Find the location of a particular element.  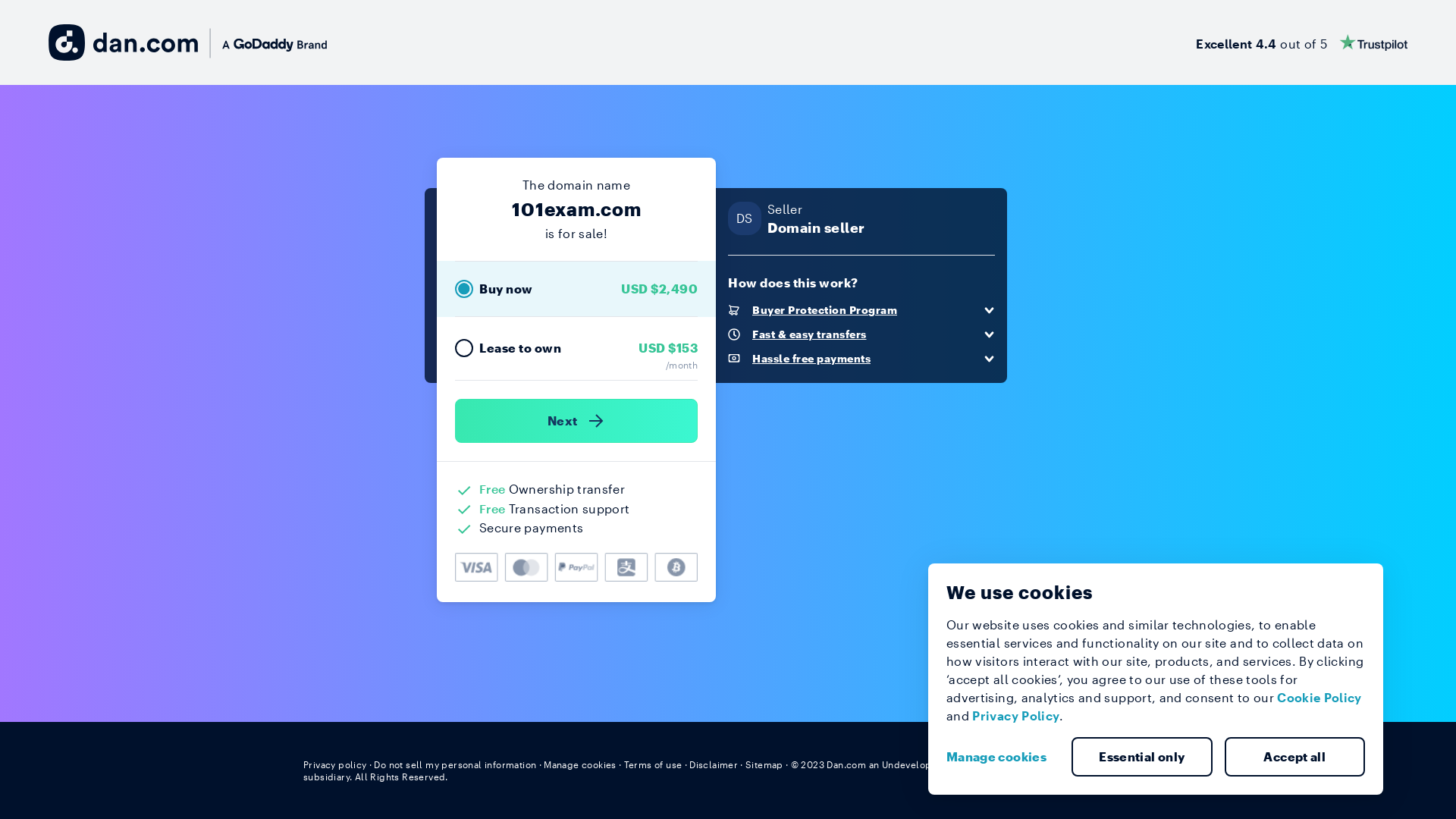

'Next is located at coordinates (575, 421).